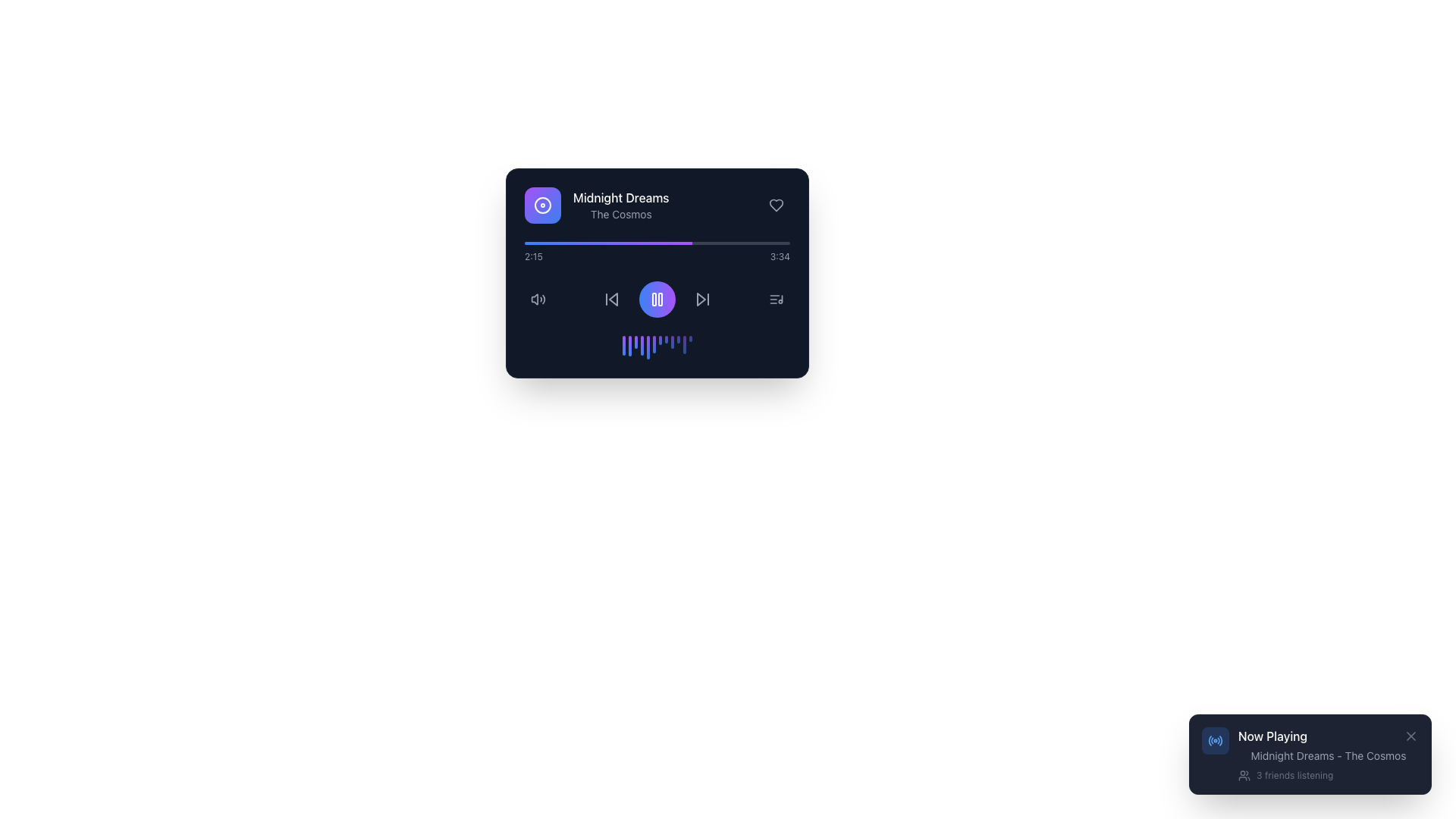  What do you see at coordinates (701, 299) in the screenshot?
I see `the triangular-shaped forward navigation icon to skip forward or start the next item in the media control interface` at bounding box center [701, 299].